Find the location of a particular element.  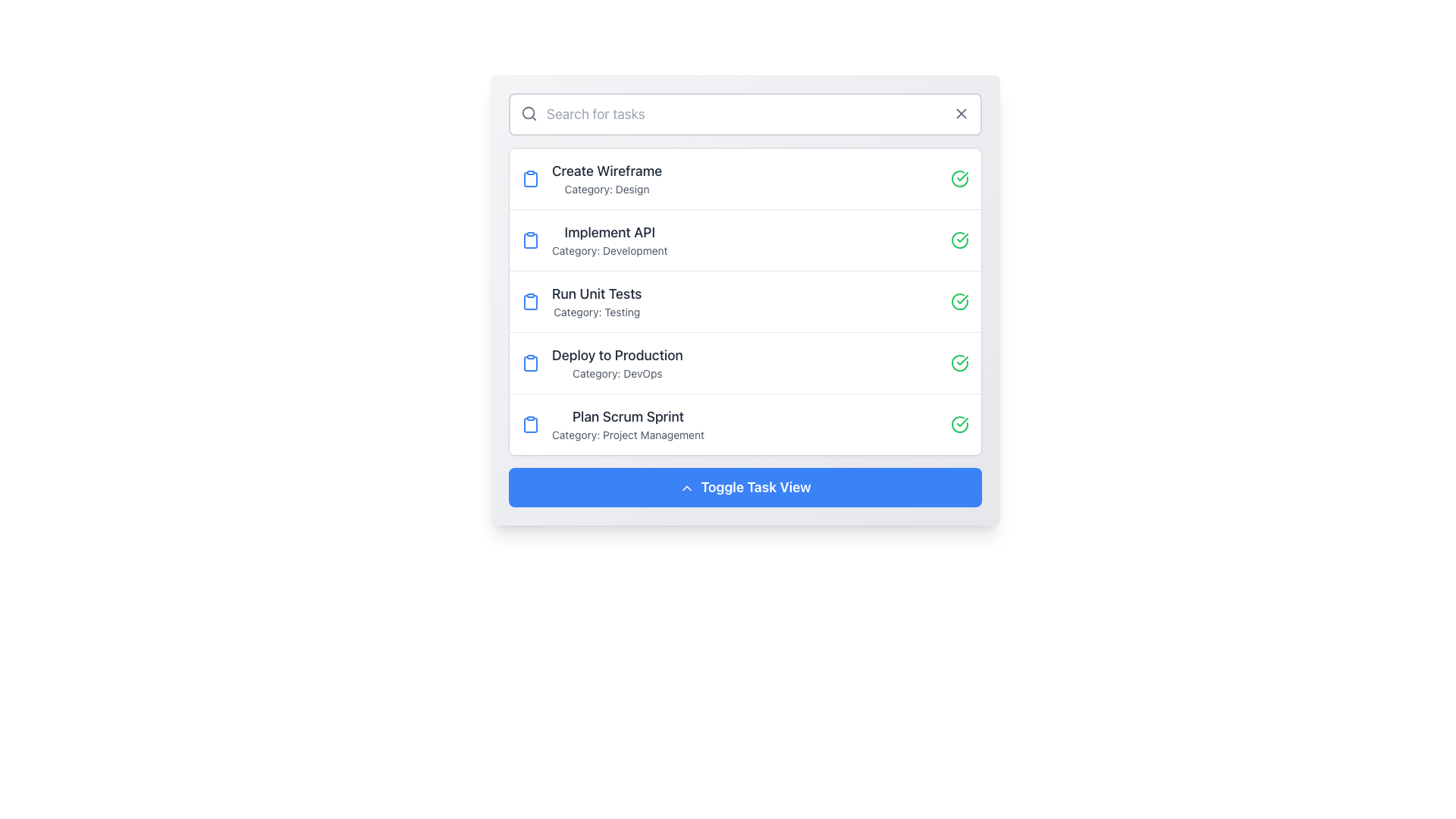

the text label styled in a small, gray font that says 'Category: Design', which is positioned directly beneath the larger title 'Create Wireframe' in the task list is located at coordinates (607, 189).